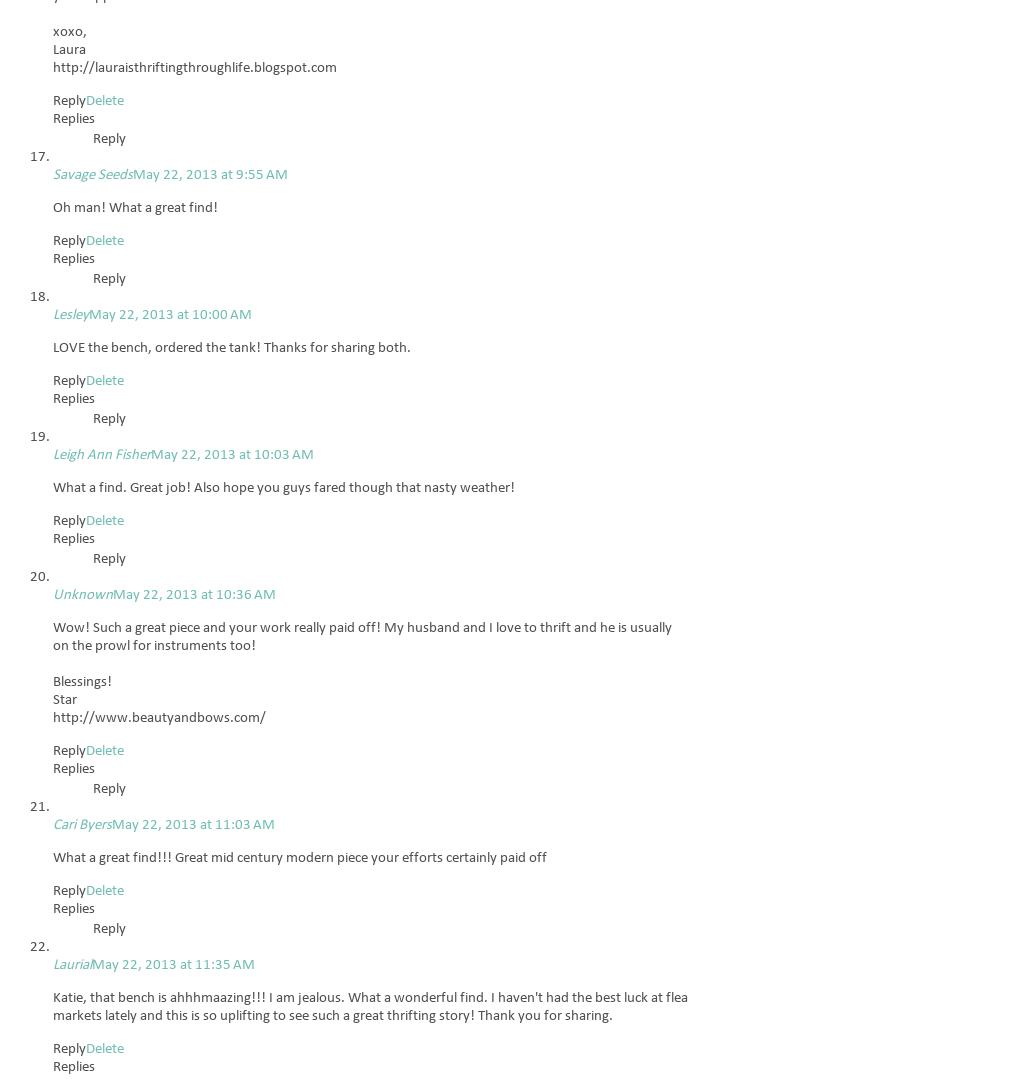  Describe the element at coordinates (81, 824) in the screenshot. I see `'Cari Byers'` at that location.